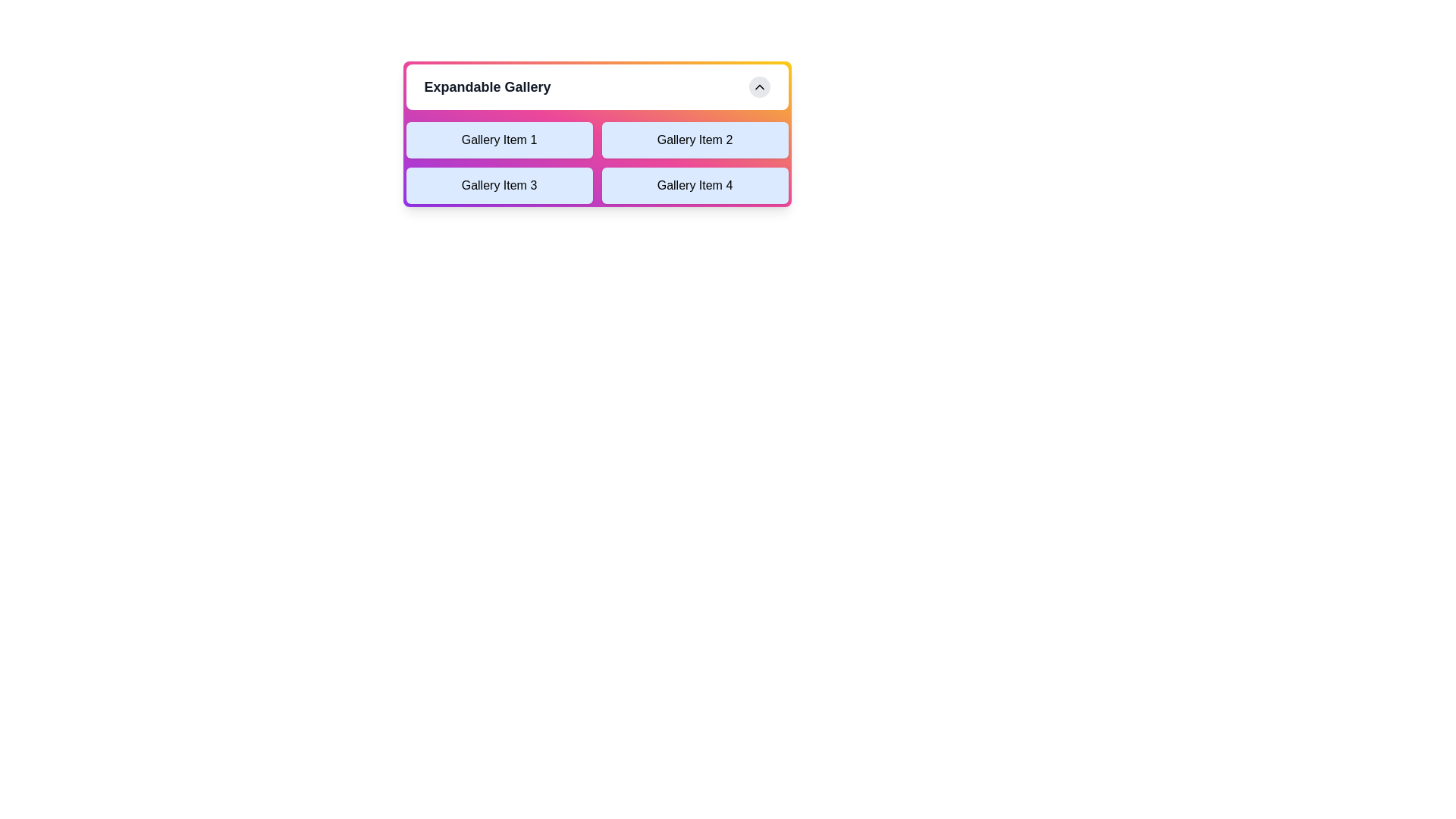  I want to click on the rectangular card with softly rounded corners and a light blue background that contains the text 'Gallery Item 3', located in the second row and first column of the grid beneath the title 'Expandable Gallery', so click(499, 185).